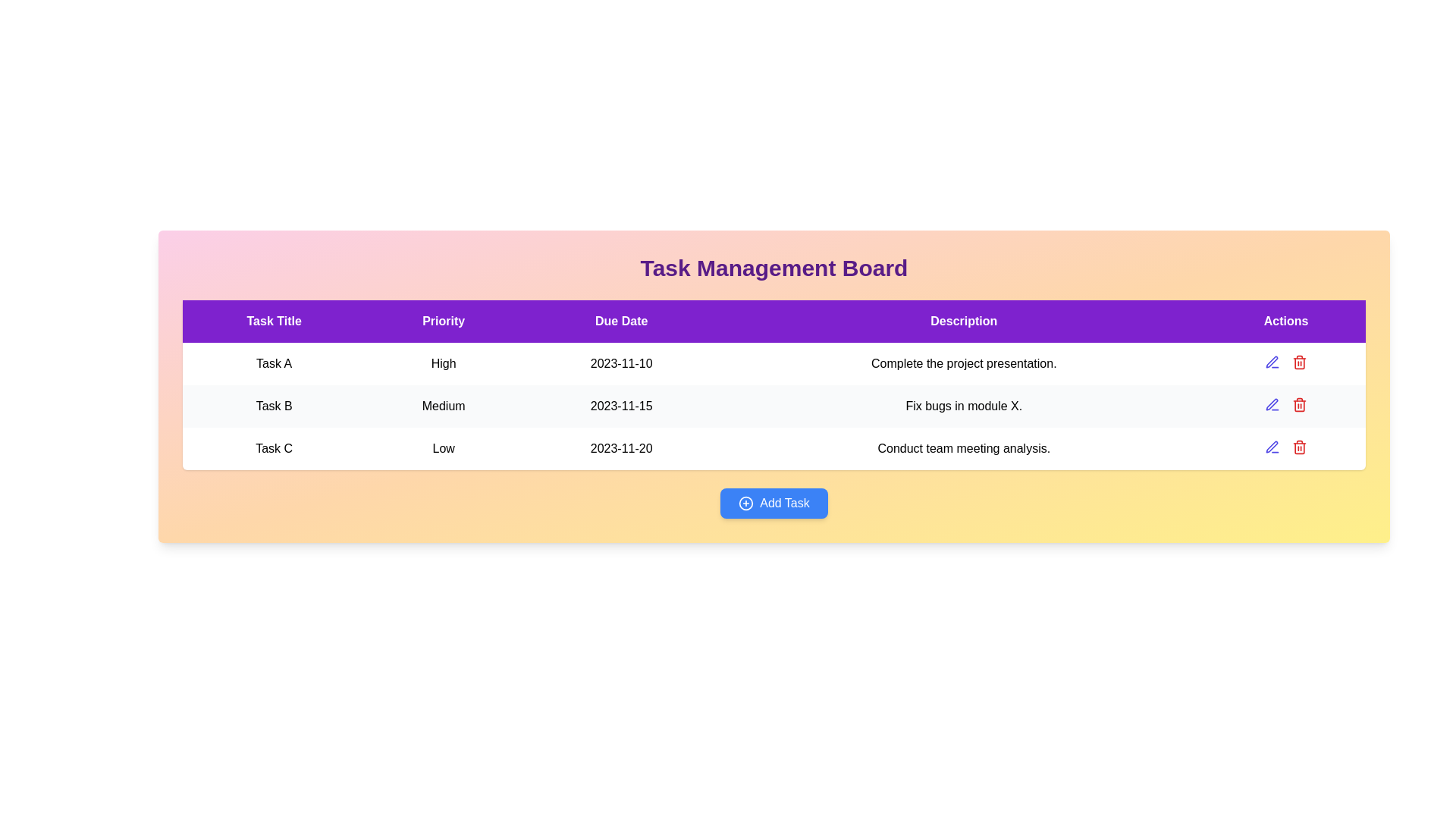  What do you see at coordinates (1272, 403) in the screenshot?
I see `the edit button associated with 'Task B' in the Actions column` at bounding box center [1272, 403].